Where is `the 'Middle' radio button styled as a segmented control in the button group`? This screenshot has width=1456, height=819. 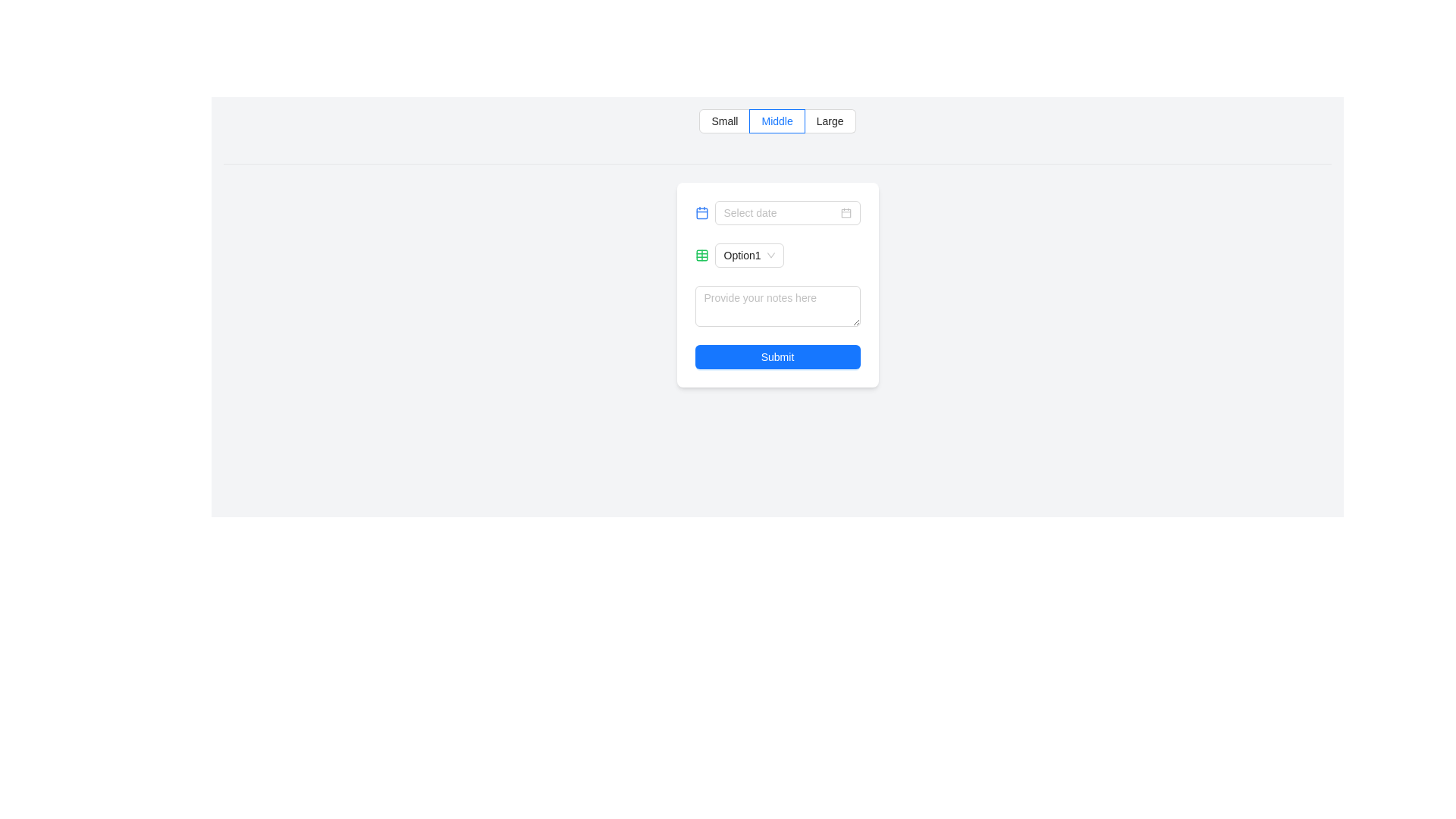
the 'Middle' radio button styled as a segmented control in the button group is located at coordinates (777, 120).